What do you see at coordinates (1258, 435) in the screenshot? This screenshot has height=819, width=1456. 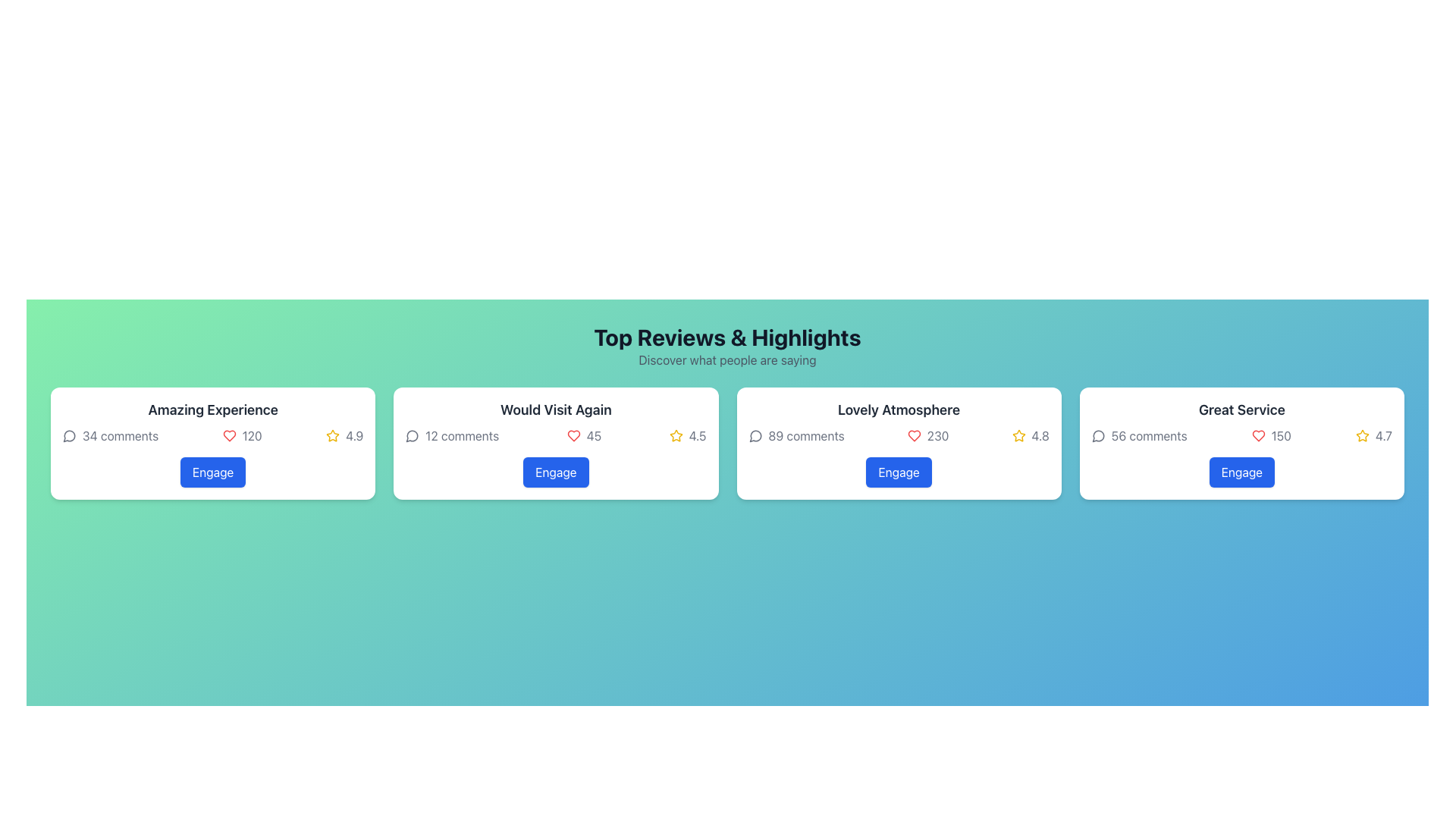 I see `the heart icon representing likes or favorites related to the 'Great Service' card, located between the comments count and star rating in the 'Top Reviews & Highlights' section` at bounding box center [1258, 435].